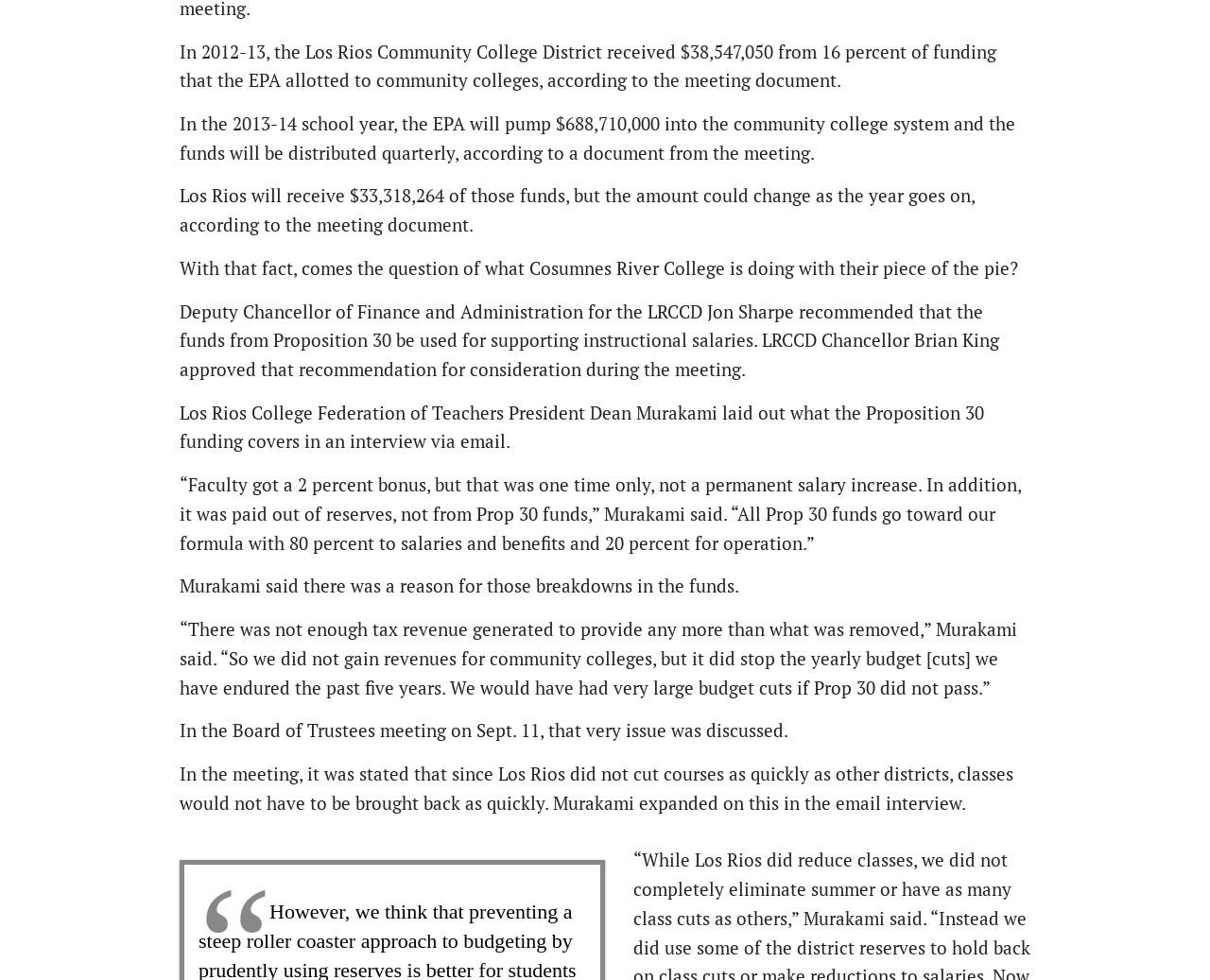 The height and width of the screenshot is (980, 1210). Describe the element at coordinates (459, 585) in the screenshot. I see `'Murakami said there was a reason for those breakdowns in the funds.'` at that location.